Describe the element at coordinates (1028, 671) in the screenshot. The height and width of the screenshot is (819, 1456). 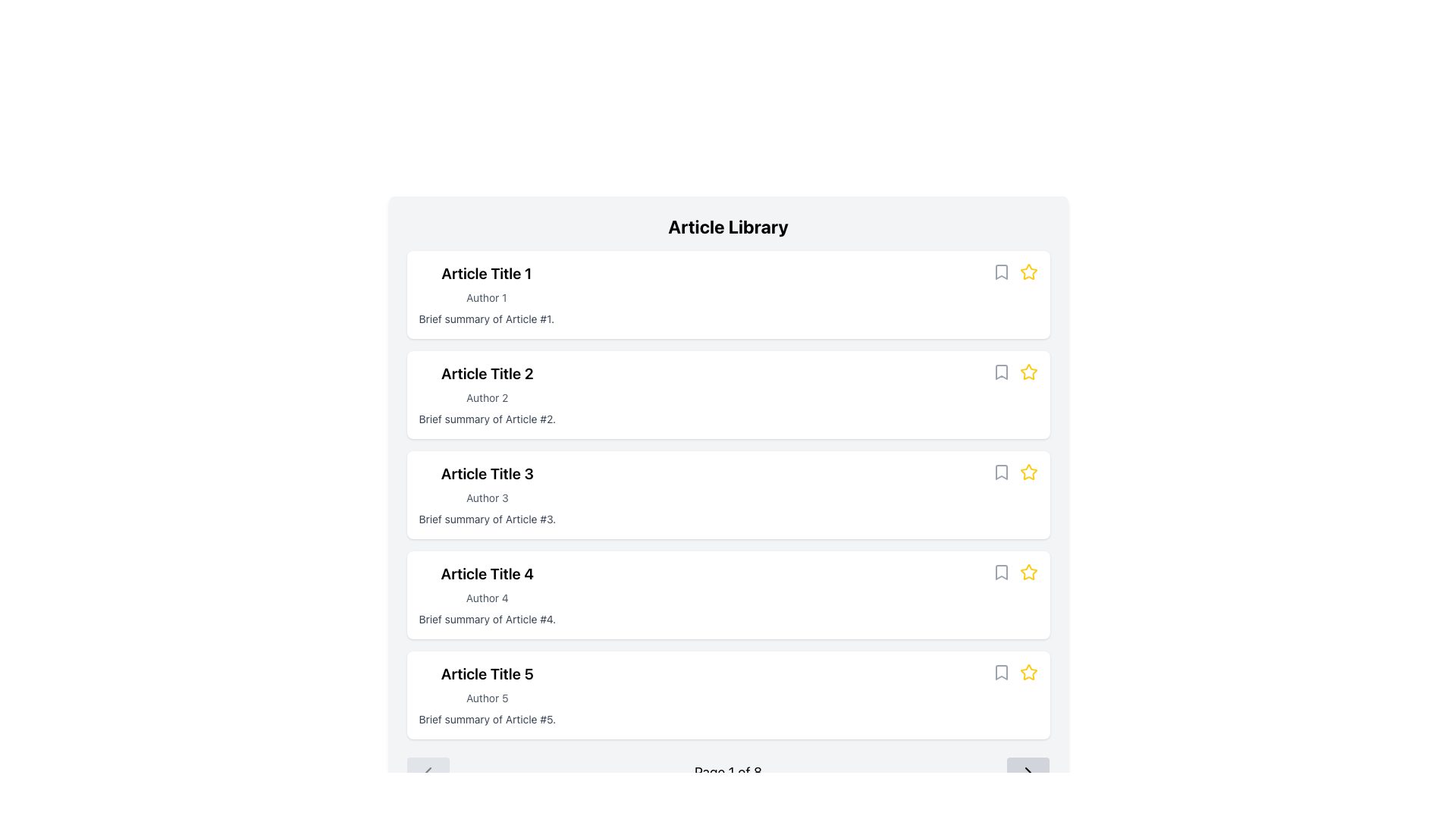
I see `the yellow star icon with a hollow center, positioned at the far right of the row for 'Article Title 5'` at that location.